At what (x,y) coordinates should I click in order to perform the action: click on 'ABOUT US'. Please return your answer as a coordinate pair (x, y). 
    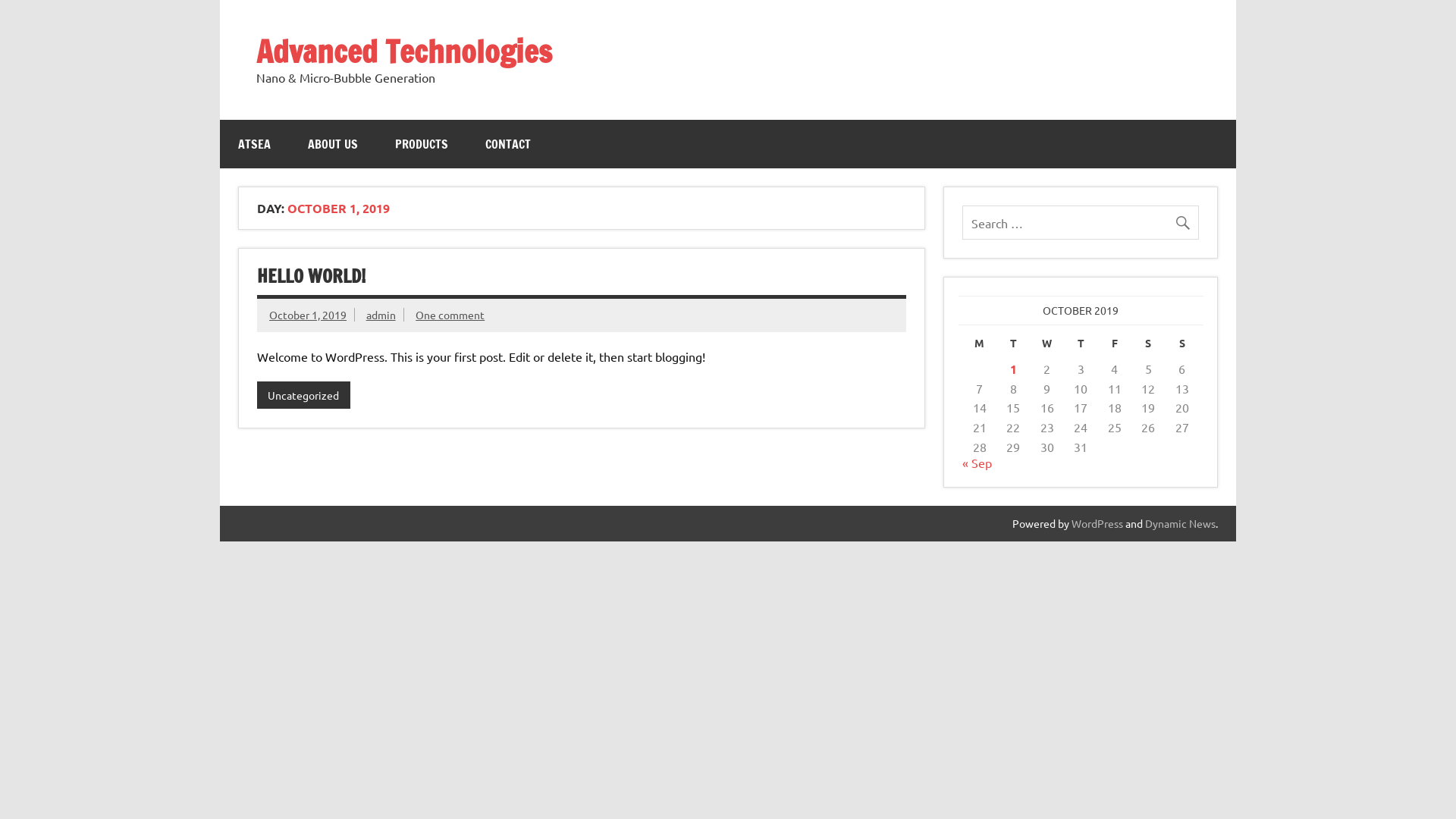
    Looking at the image, I should click on (331, 143).